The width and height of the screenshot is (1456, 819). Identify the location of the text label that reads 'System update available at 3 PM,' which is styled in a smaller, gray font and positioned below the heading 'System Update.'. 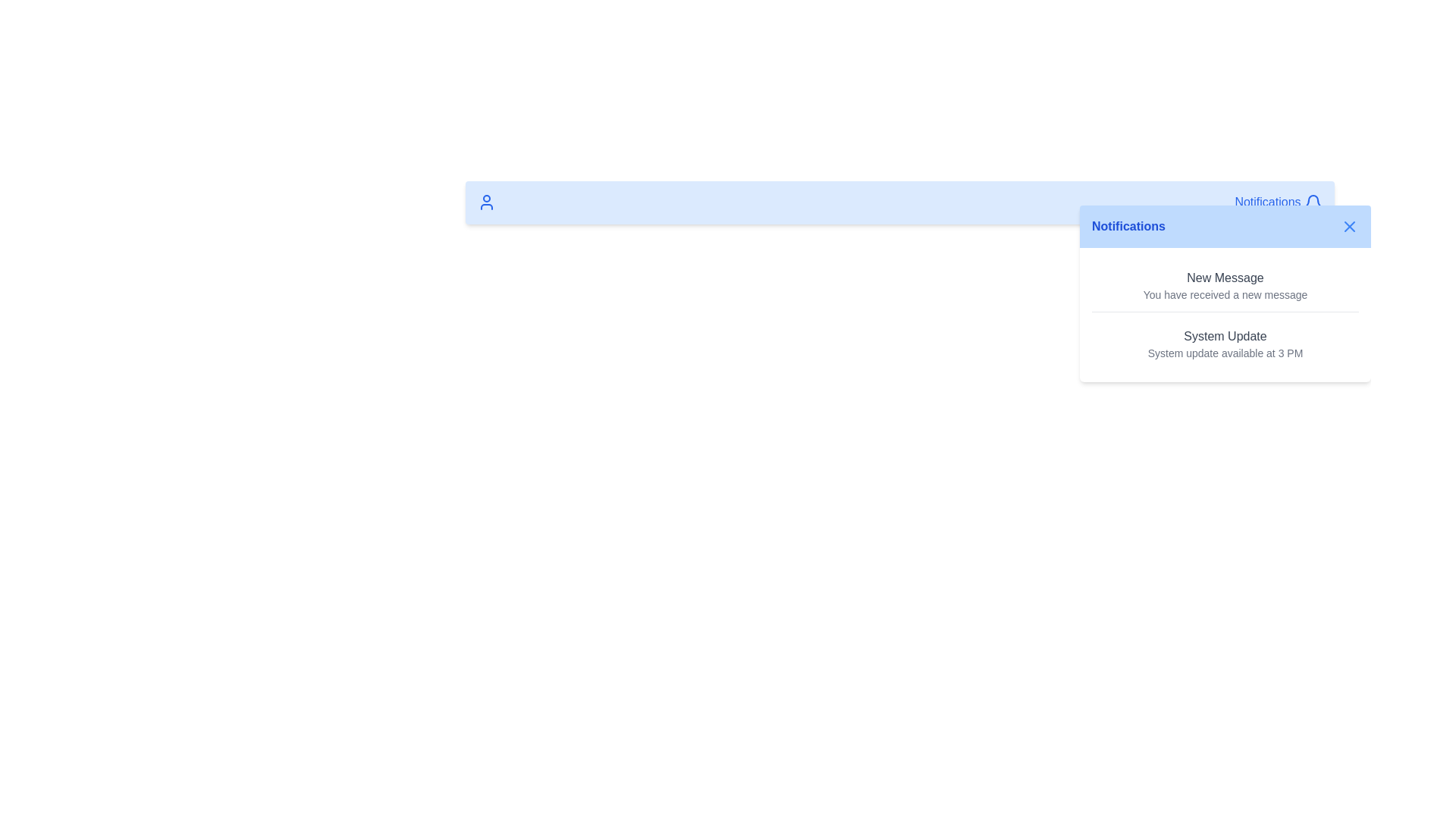
(1225, 353).